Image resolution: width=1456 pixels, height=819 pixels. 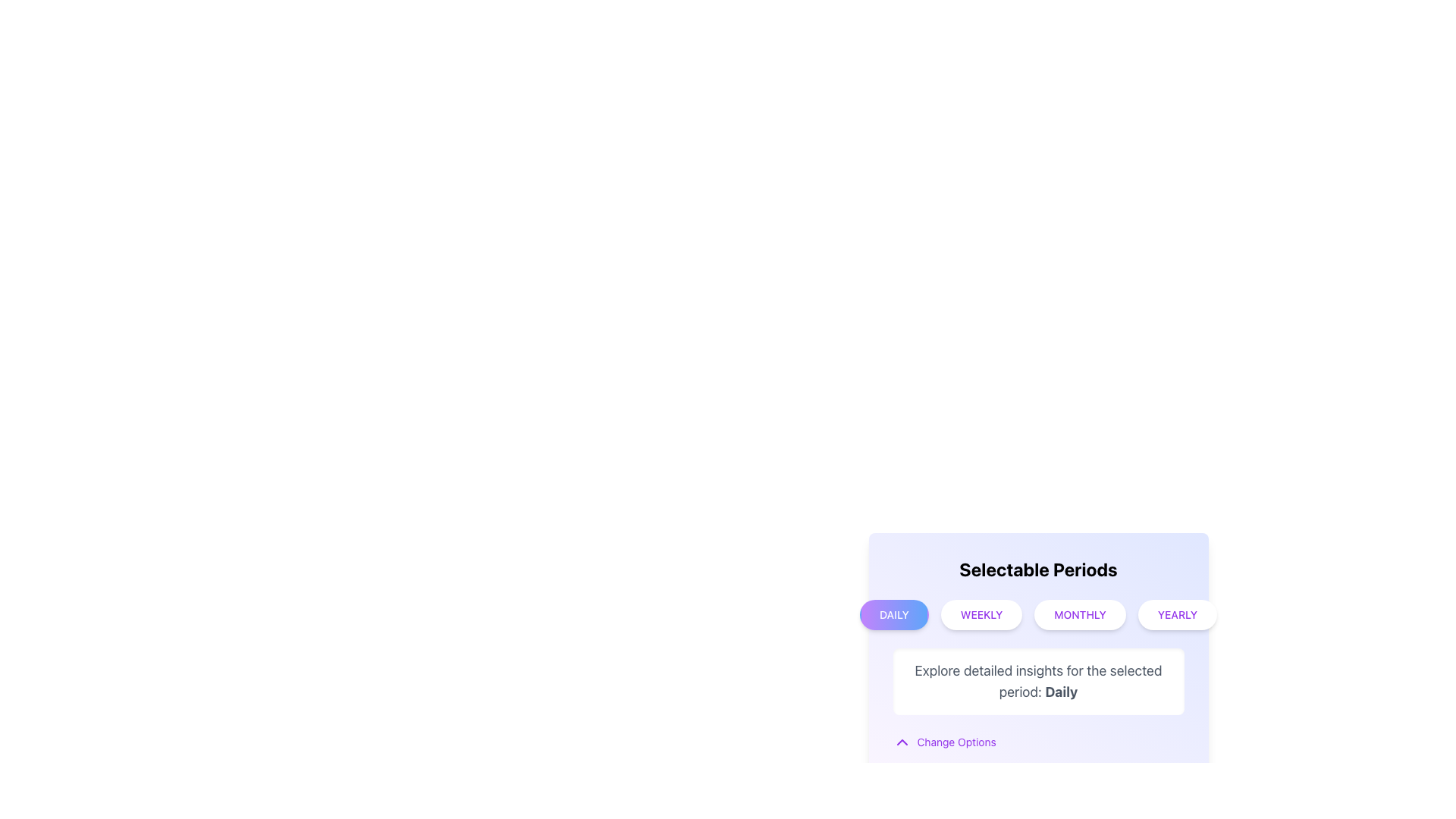 I want to click on the Chevron Up icon located to the left of the 'Change Options' text, which indicates a control for collapsing or minimizing a section, so click(x=902, y=742).